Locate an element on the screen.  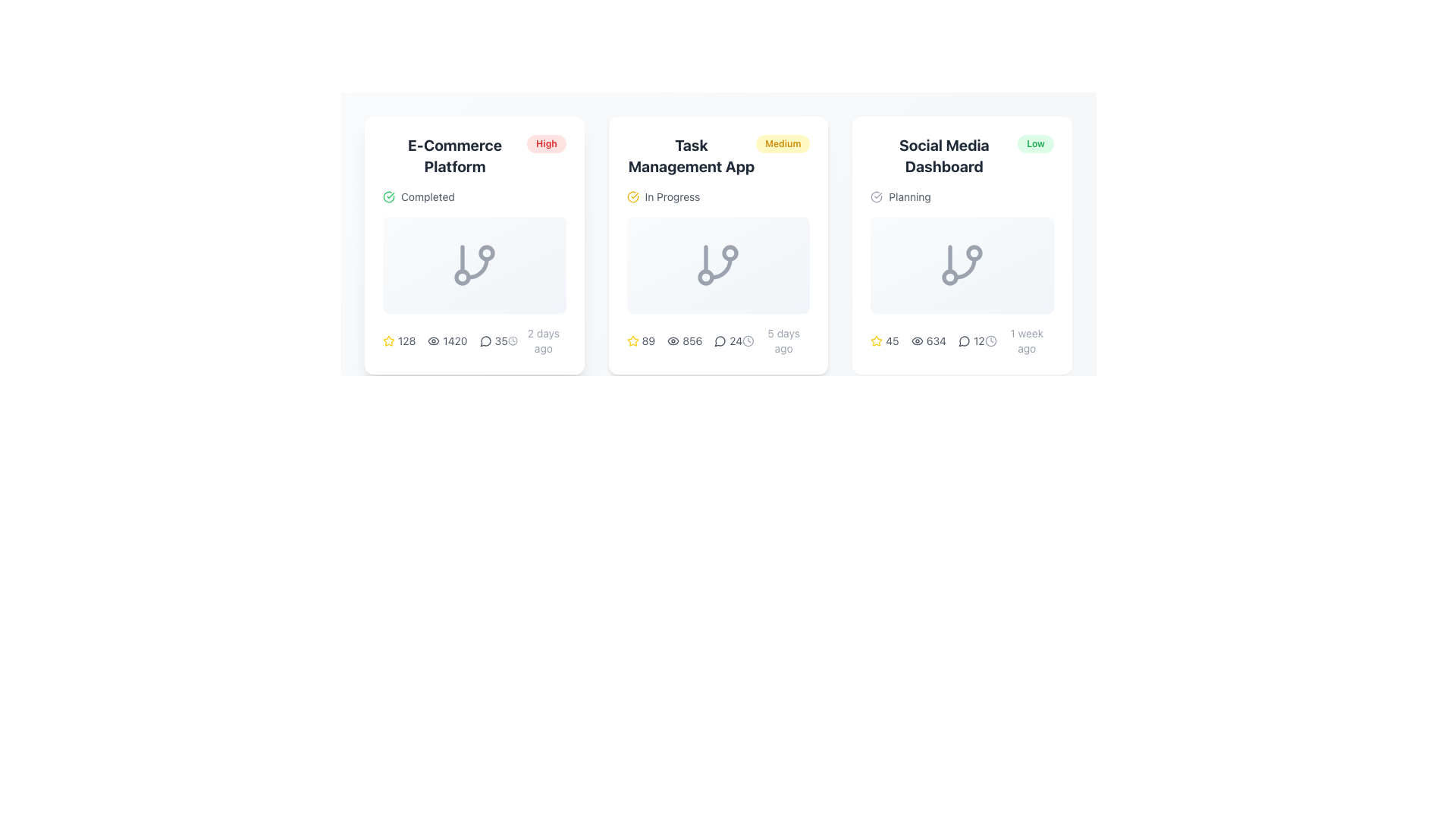
the text element displaying '5 days ago' in light gray color, located at the bottom-right corner of the third card in a series of cards is located at coordinates (783, 341).